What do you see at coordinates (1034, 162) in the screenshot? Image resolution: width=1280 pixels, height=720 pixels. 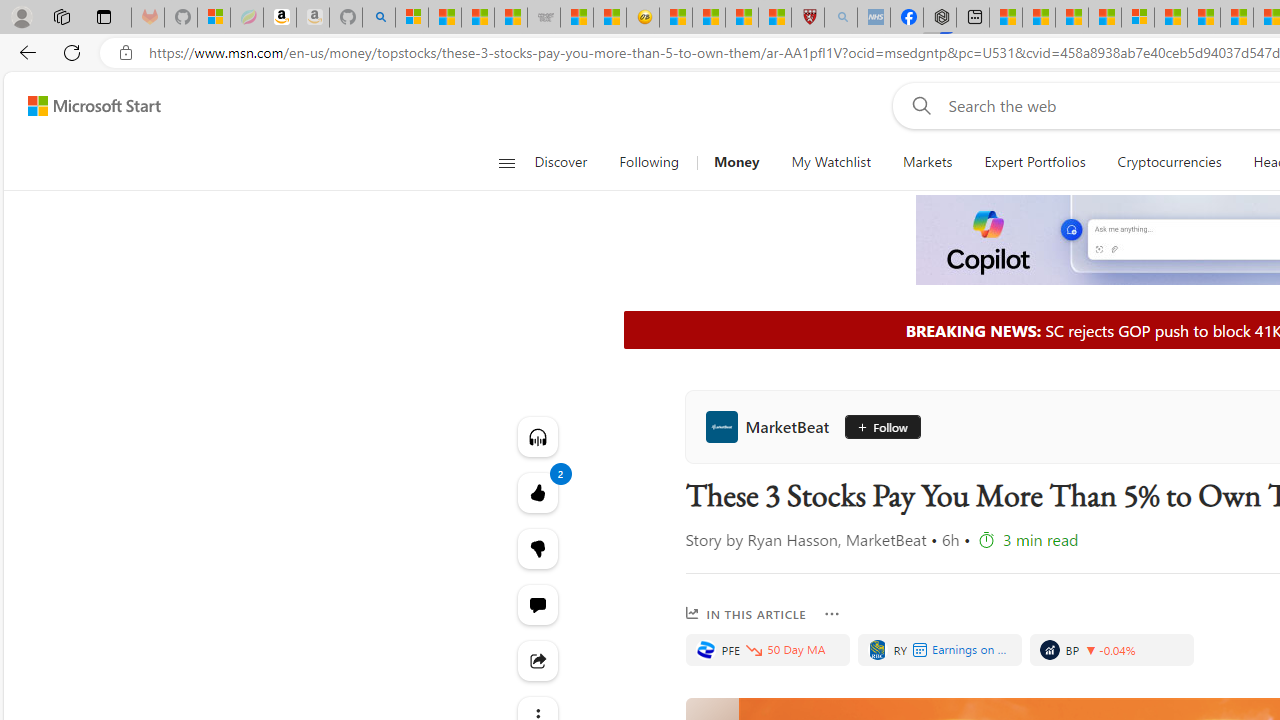 I see `'Expert Portfolios'` at bounding box center [1034, 162].